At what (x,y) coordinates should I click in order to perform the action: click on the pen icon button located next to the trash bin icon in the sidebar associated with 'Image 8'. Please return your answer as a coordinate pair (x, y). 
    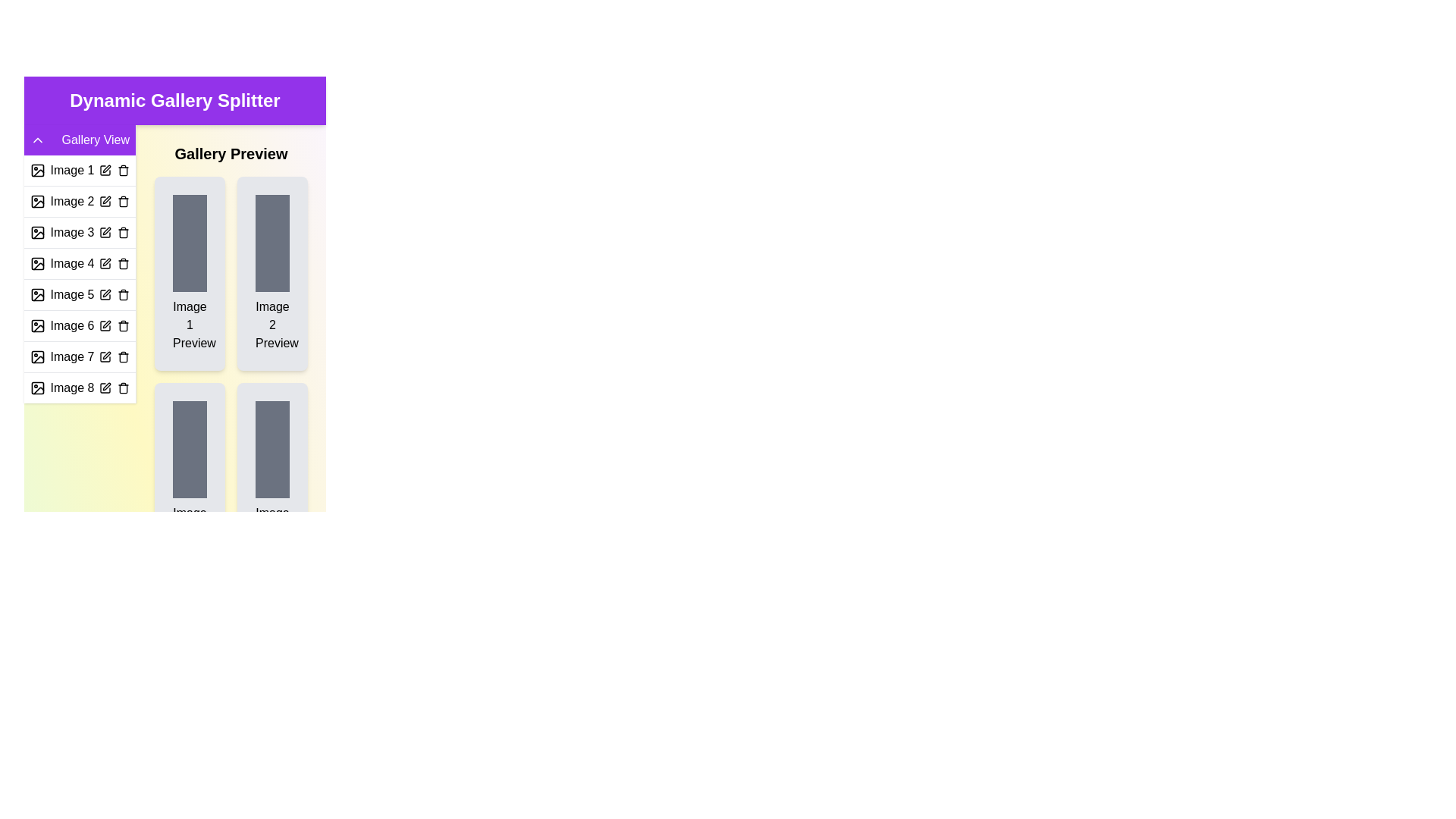
    Looking at the image, I should click on (105, 385).